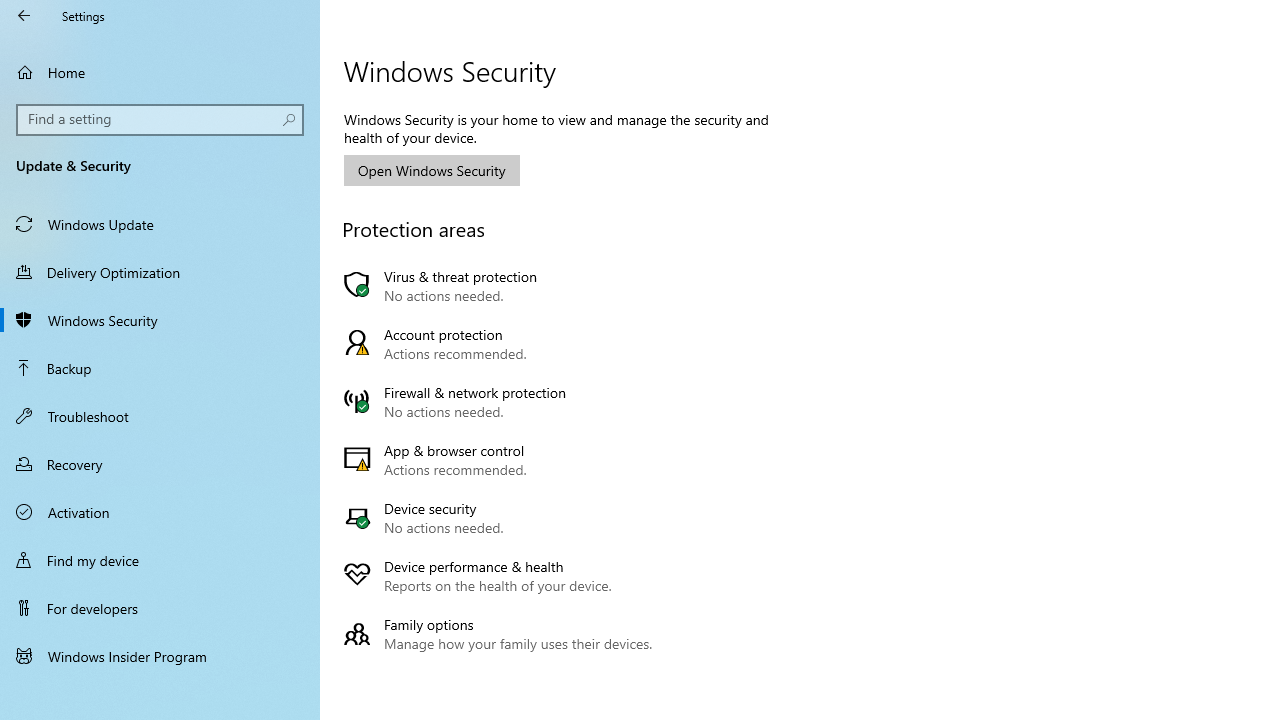 This screenshot has width=1280, height=720. What do you see at coordinates (160, 607) in the screenshot?
I see `'For developers'` at bounding box center [160, 607].